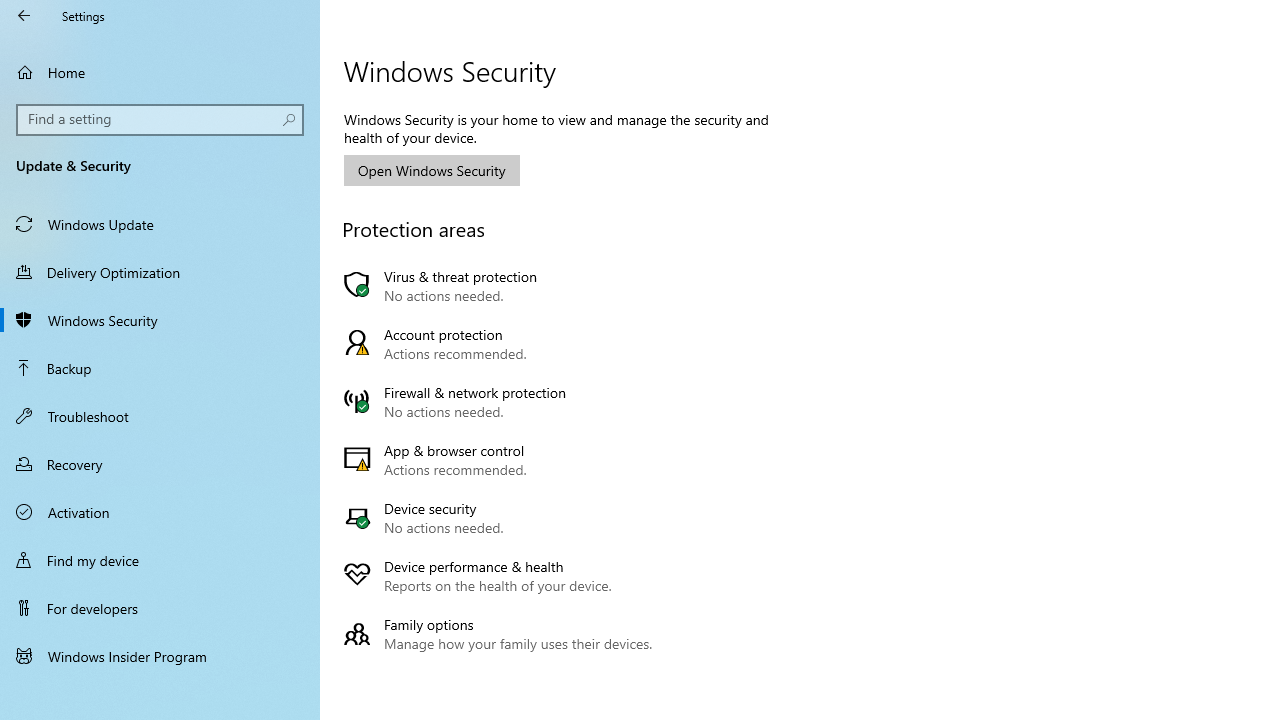 This screenshot has width=1280, height=720. What do you see at coordinates (160, 607) in the screenshot?
I see `'For developers'` at bounding box center [160, 607].